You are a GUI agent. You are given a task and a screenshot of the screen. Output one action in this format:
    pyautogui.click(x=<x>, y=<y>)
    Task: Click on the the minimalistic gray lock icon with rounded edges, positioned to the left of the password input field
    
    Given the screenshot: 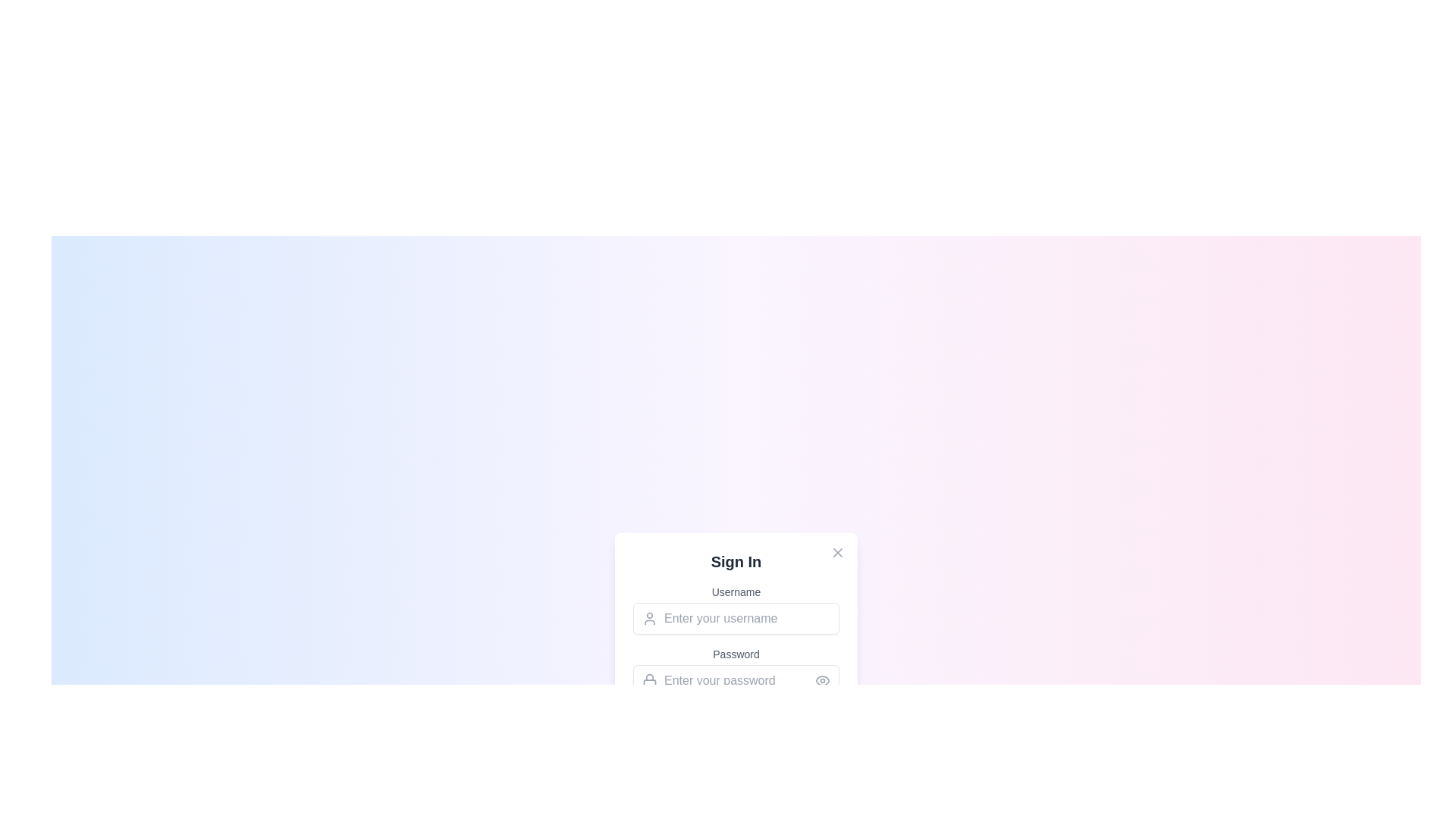 What is the action you would take?
    pyautogui.click(x=650, y=680)
    